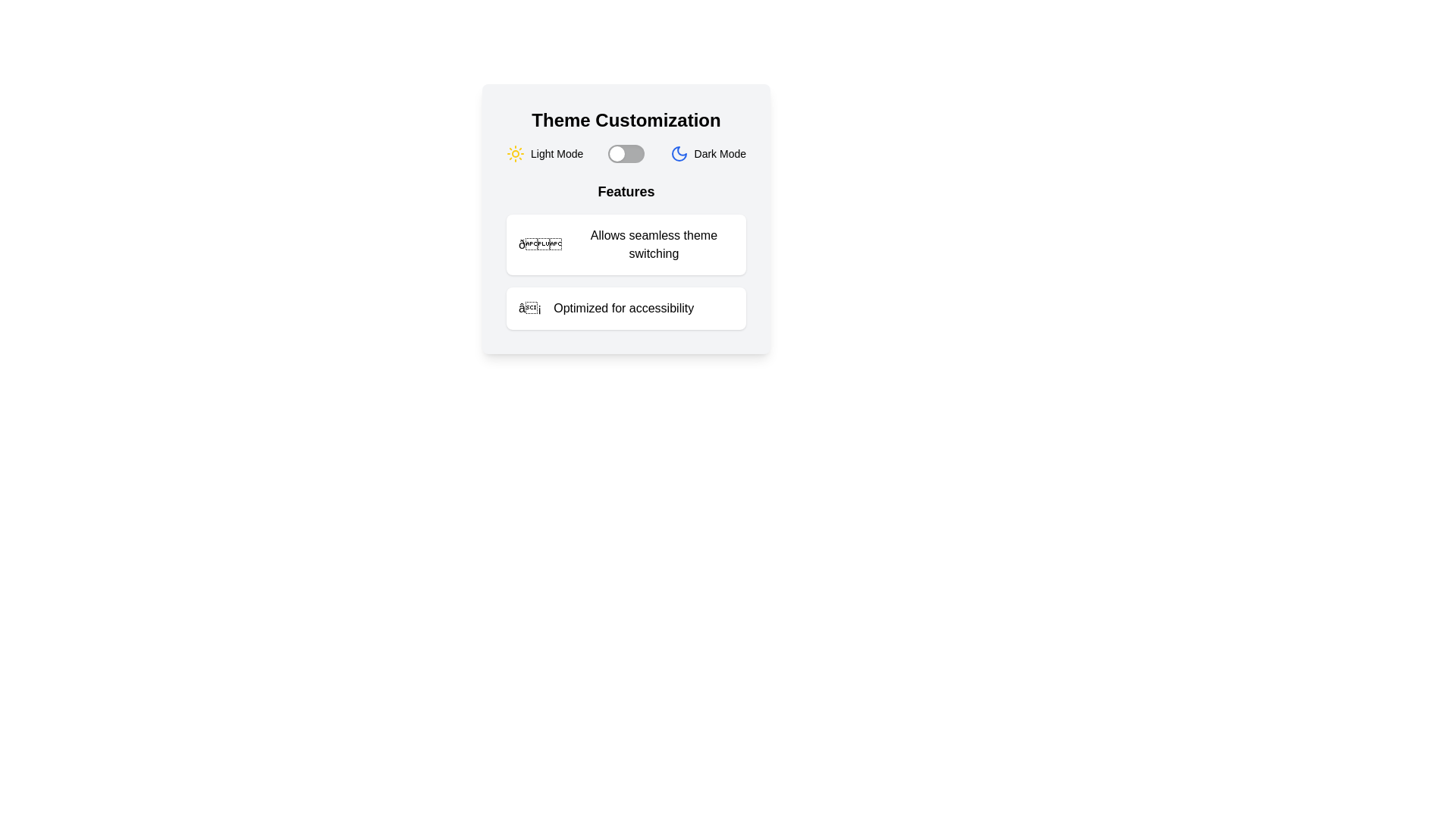 This screenshot has height=819, width=1456. Describe the element at coordinates (678, 154) in the screenshot. I see `the dark mode toggle switch located in the top-right corner of the theme customization card to activate dark mode` at that location.